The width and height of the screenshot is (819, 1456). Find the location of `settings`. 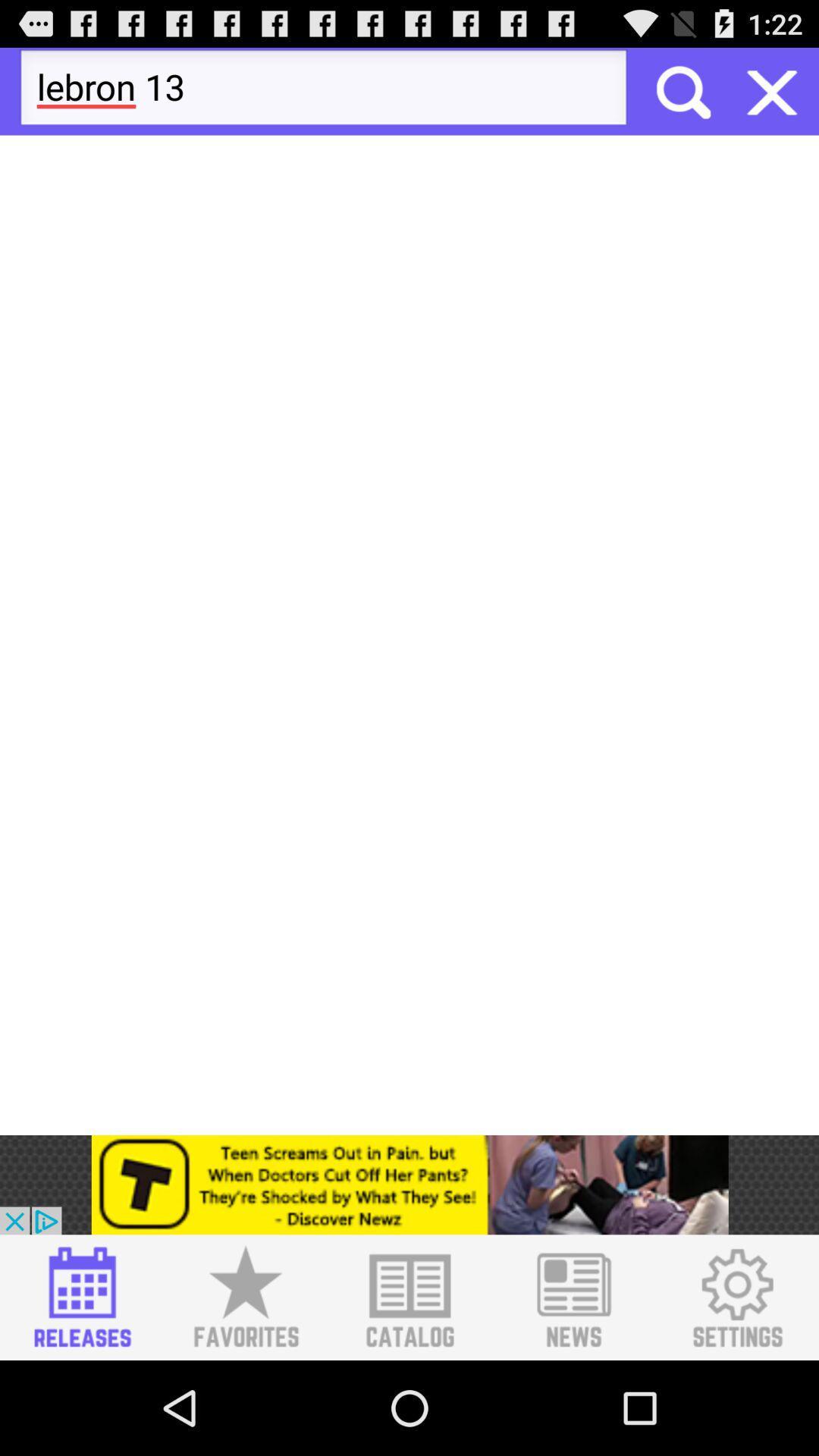

settings is located at coordinates (736, 1297).